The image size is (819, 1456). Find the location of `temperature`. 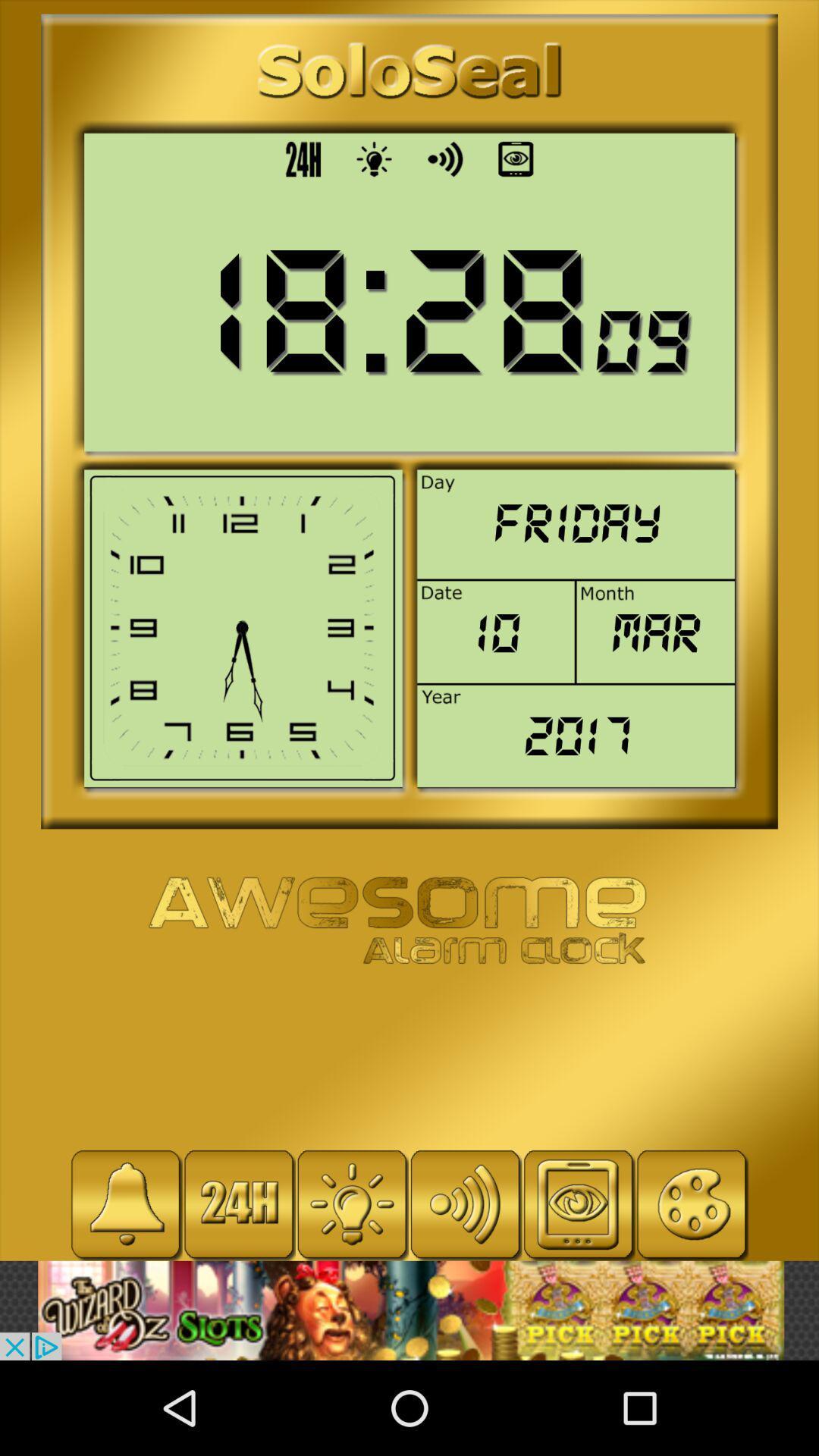

temperature is located at coordinates (352, 1203).